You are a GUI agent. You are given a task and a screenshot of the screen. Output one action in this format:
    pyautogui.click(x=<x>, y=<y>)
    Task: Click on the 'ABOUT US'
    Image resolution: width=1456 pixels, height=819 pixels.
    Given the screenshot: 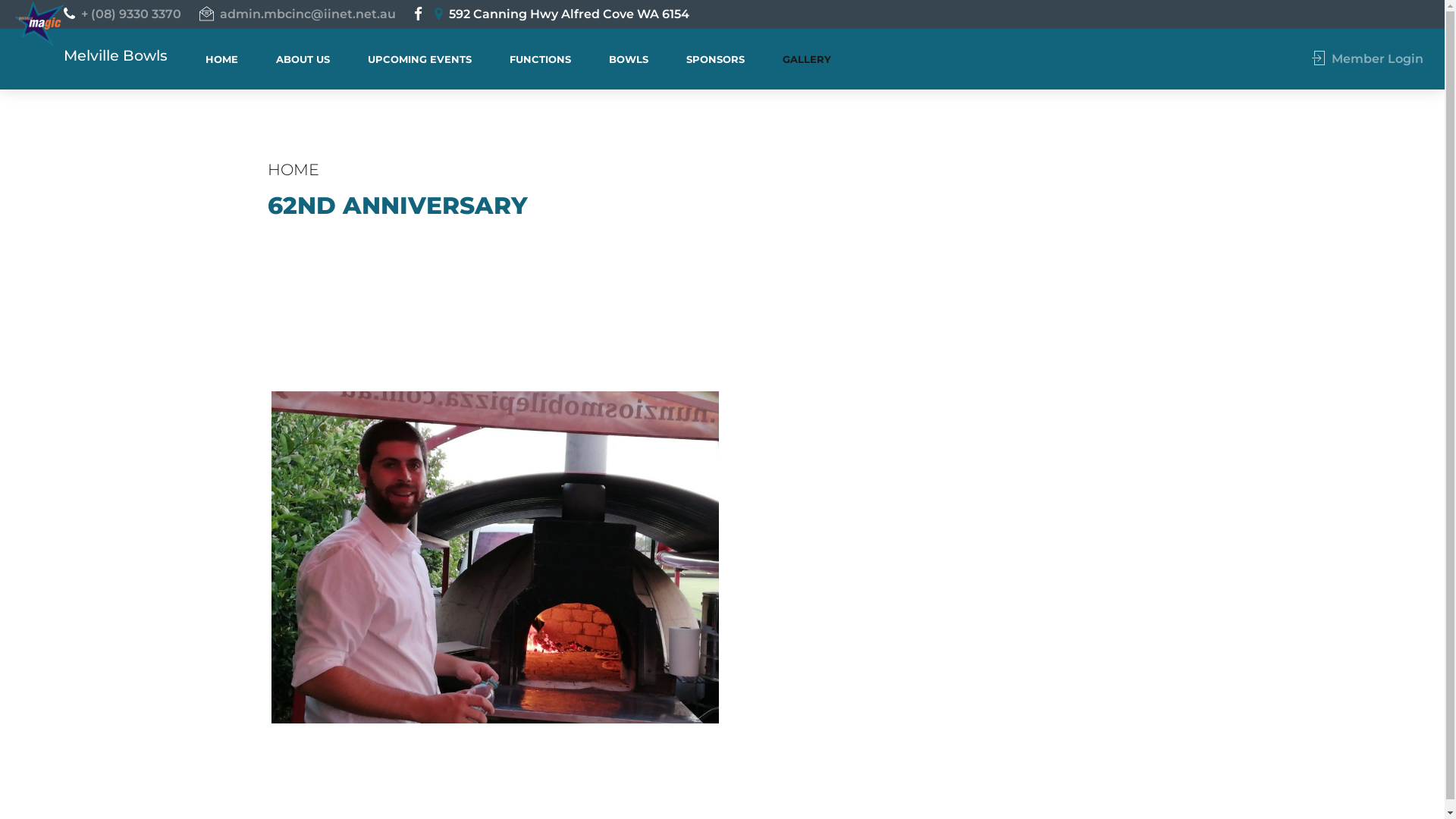 What is the action you would take?
    pyautogui.click(x=303, y=58)
    